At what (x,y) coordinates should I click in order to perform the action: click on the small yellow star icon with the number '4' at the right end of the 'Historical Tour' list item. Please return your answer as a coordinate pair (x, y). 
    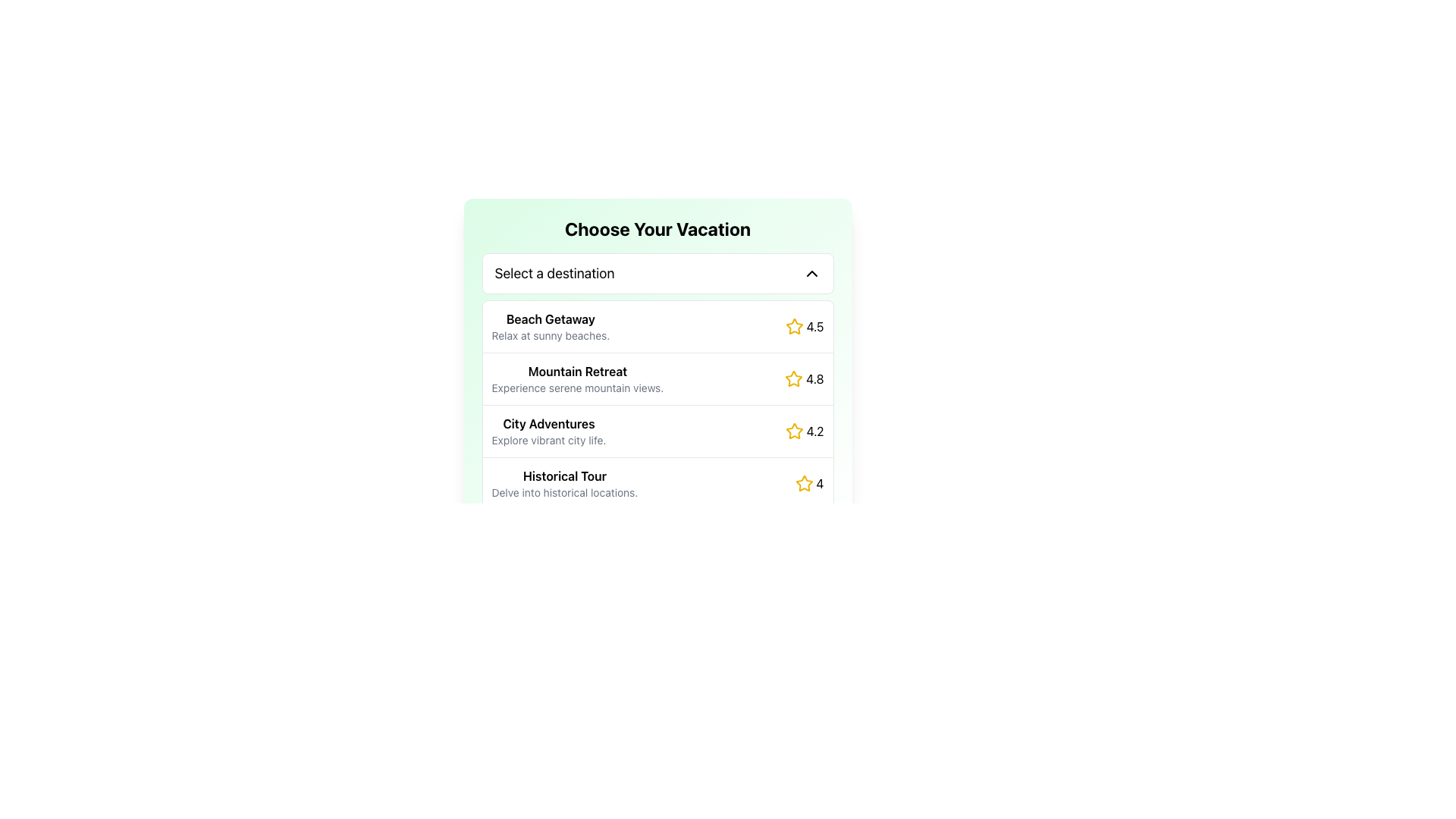
    Looking at the image, I should click on (808, 483).